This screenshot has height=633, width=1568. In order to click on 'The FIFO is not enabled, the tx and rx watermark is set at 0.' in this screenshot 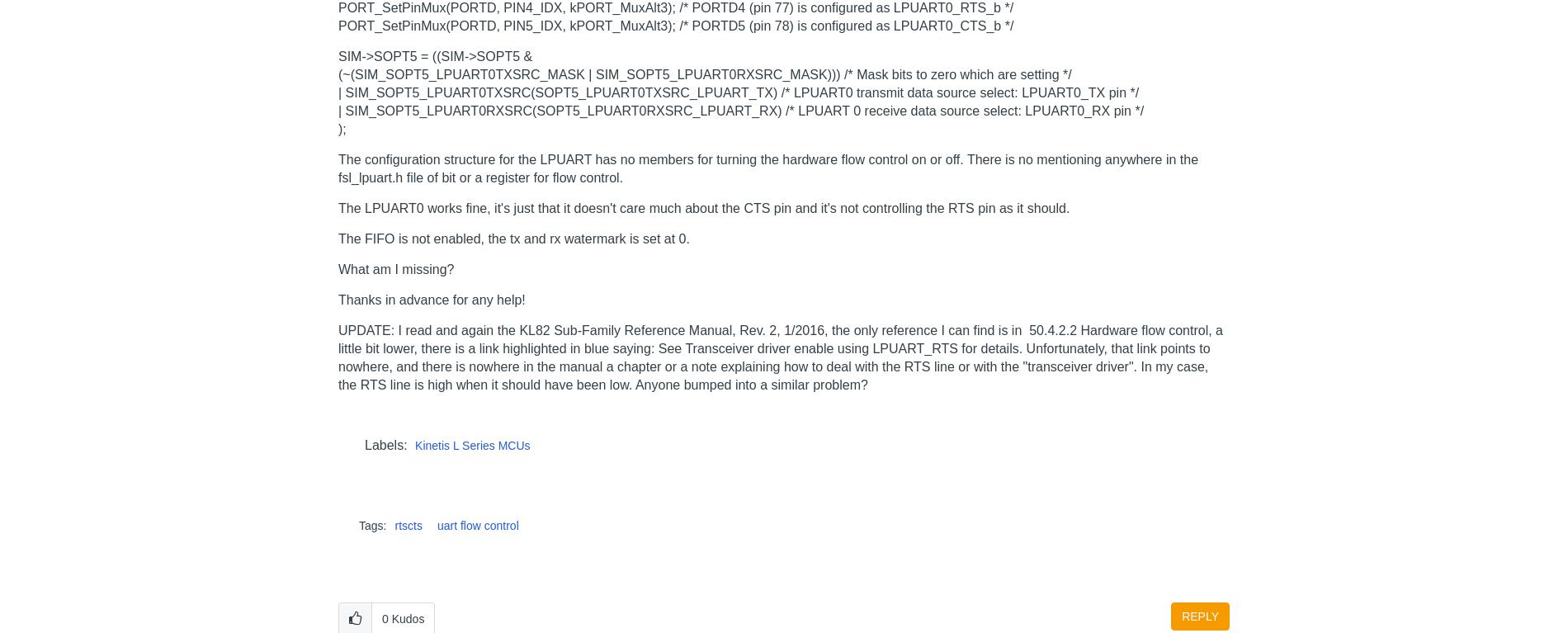, I will do `click(513, 237)`.